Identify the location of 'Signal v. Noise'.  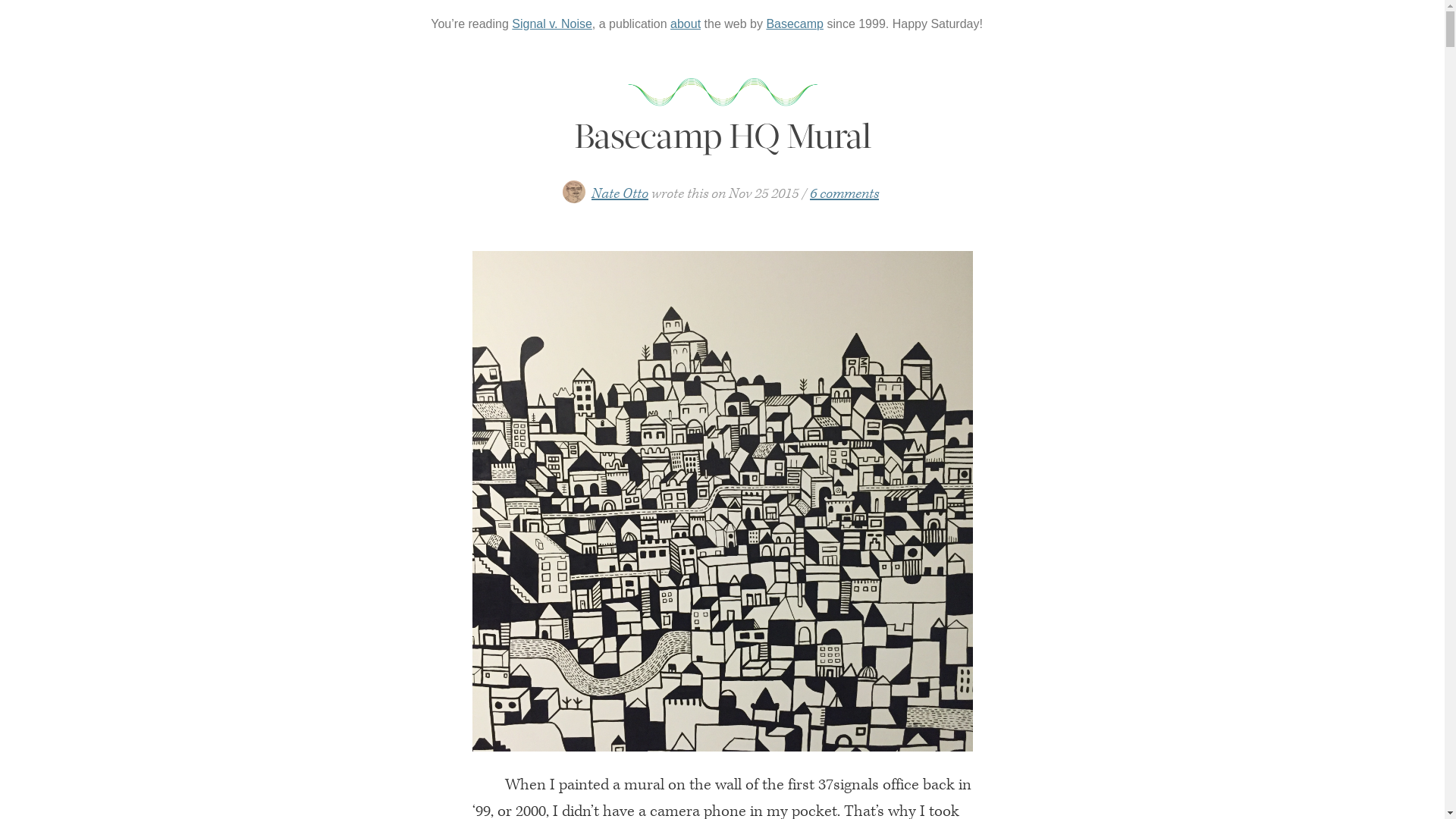
(551, 24).